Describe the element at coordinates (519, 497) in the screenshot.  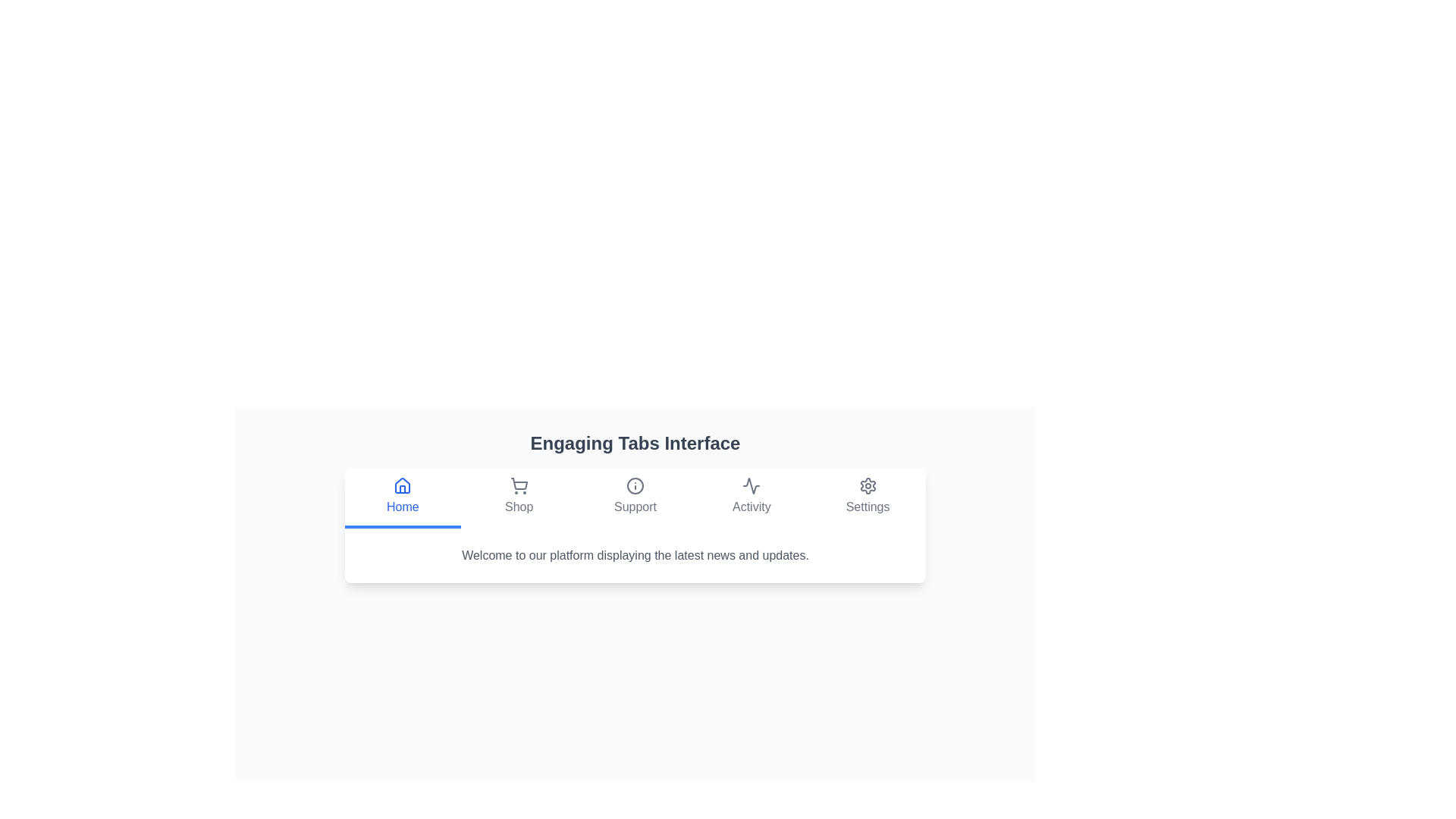
I see `the second tab navigation item that accesses the shopping section` at that location.